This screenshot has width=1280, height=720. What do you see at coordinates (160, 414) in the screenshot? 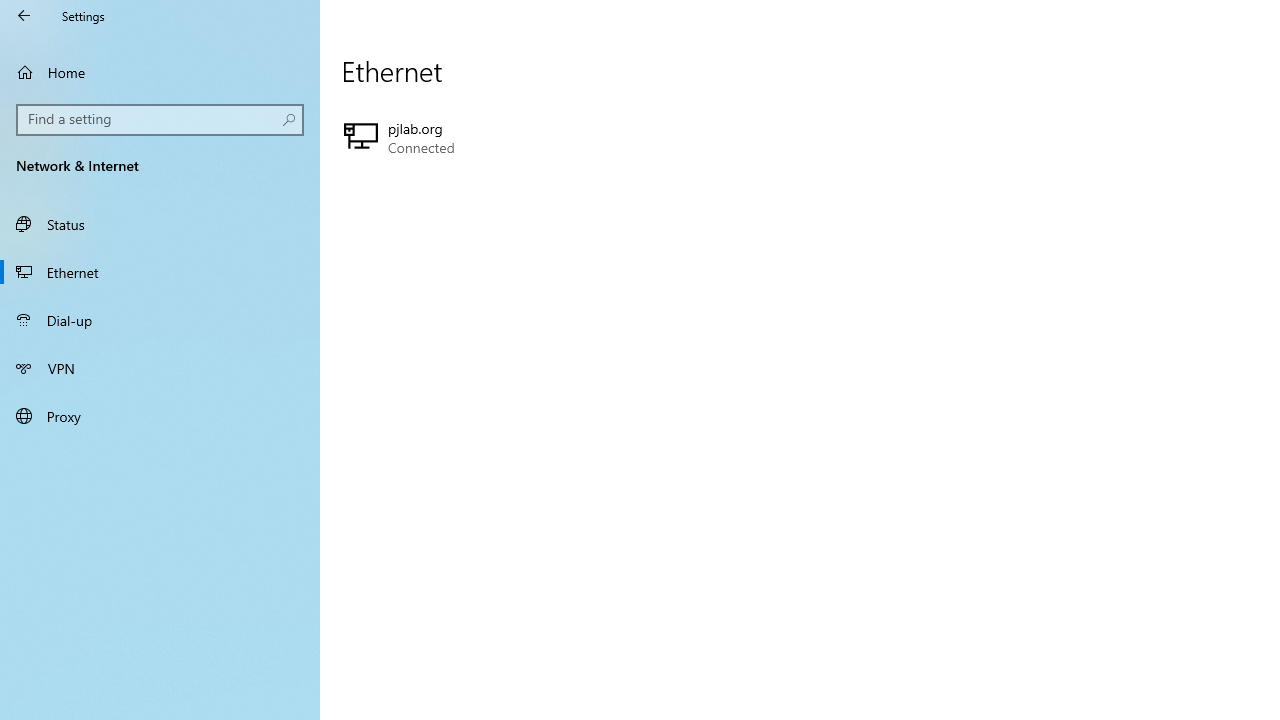
I see `'Proxy'` at bounding box center [160, 414].